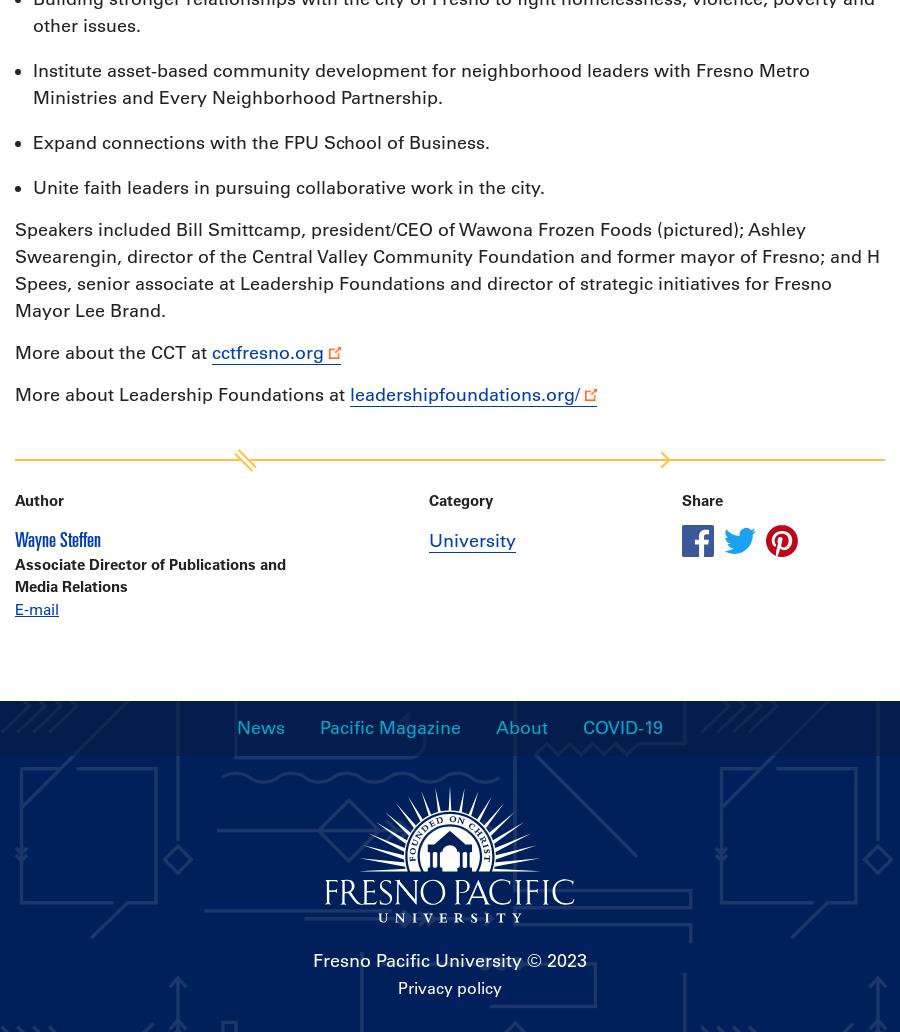 This screenshot has width=900, height=1032. Describe the element at coordinates (583, 726) in the screenshot. I see `'COVID-19'` at that location.